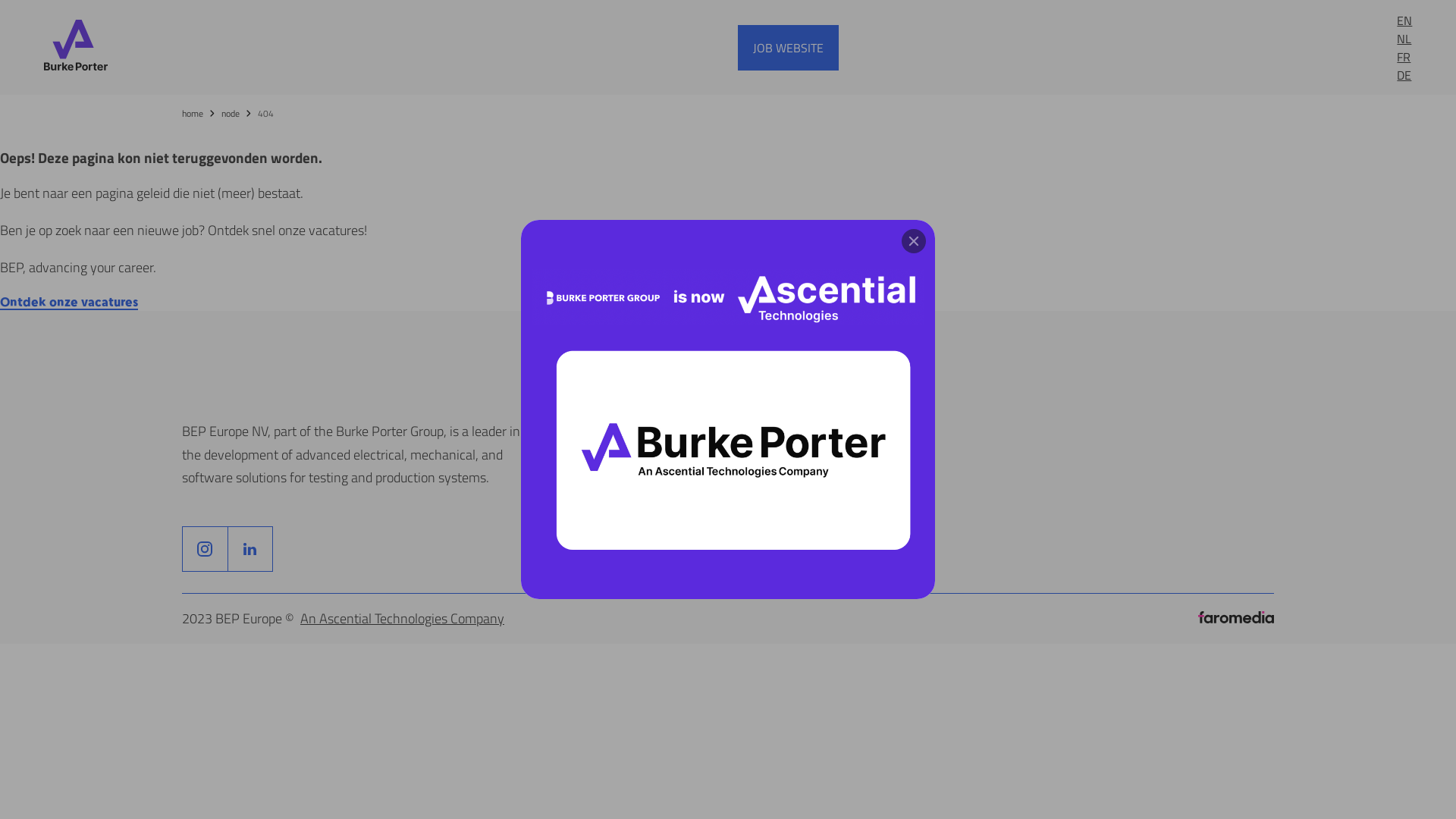  Describe the element at coordinates (0, 0) in the screenshot. I see `'Skip to main content'` at that location.